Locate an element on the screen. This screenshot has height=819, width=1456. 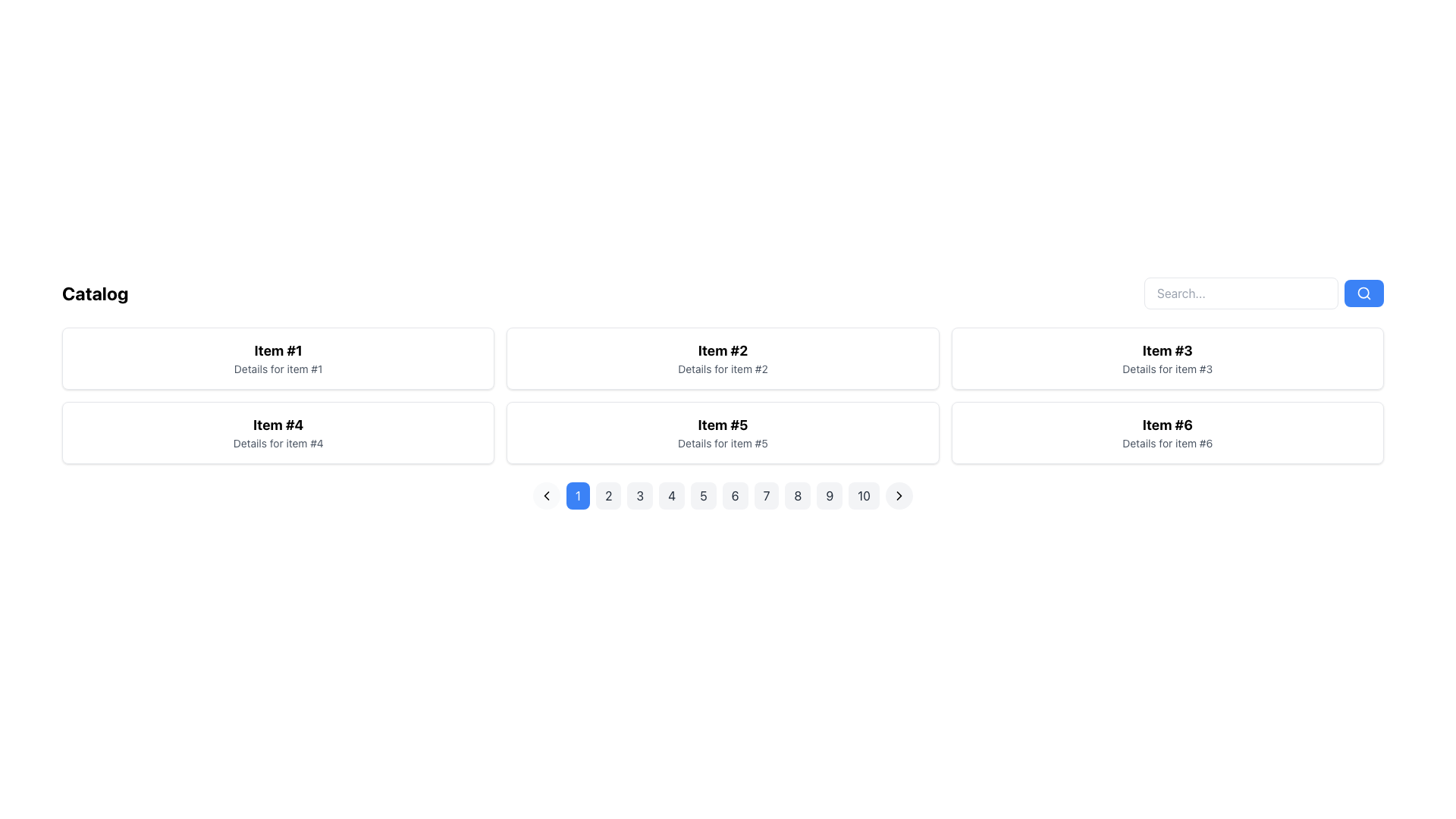
the second card in the grid layout that serves as a visual representation of an item, located between the cards for 'Item #1' and 'Item #3' is located at coordinates (722, 359).